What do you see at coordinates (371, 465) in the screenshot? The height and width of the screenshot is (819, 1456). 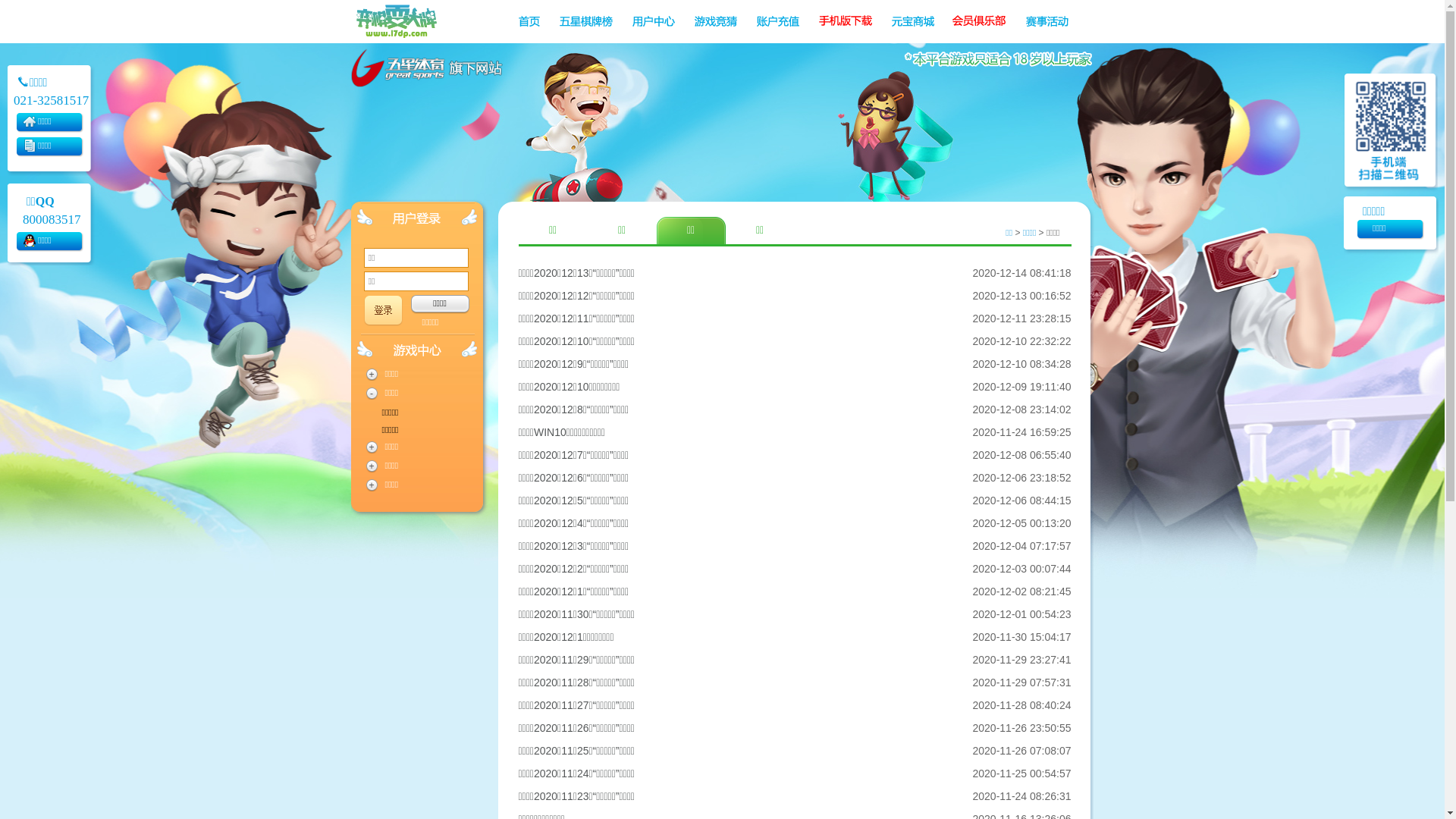 I see `'+'` at bounding box center [371, 465].